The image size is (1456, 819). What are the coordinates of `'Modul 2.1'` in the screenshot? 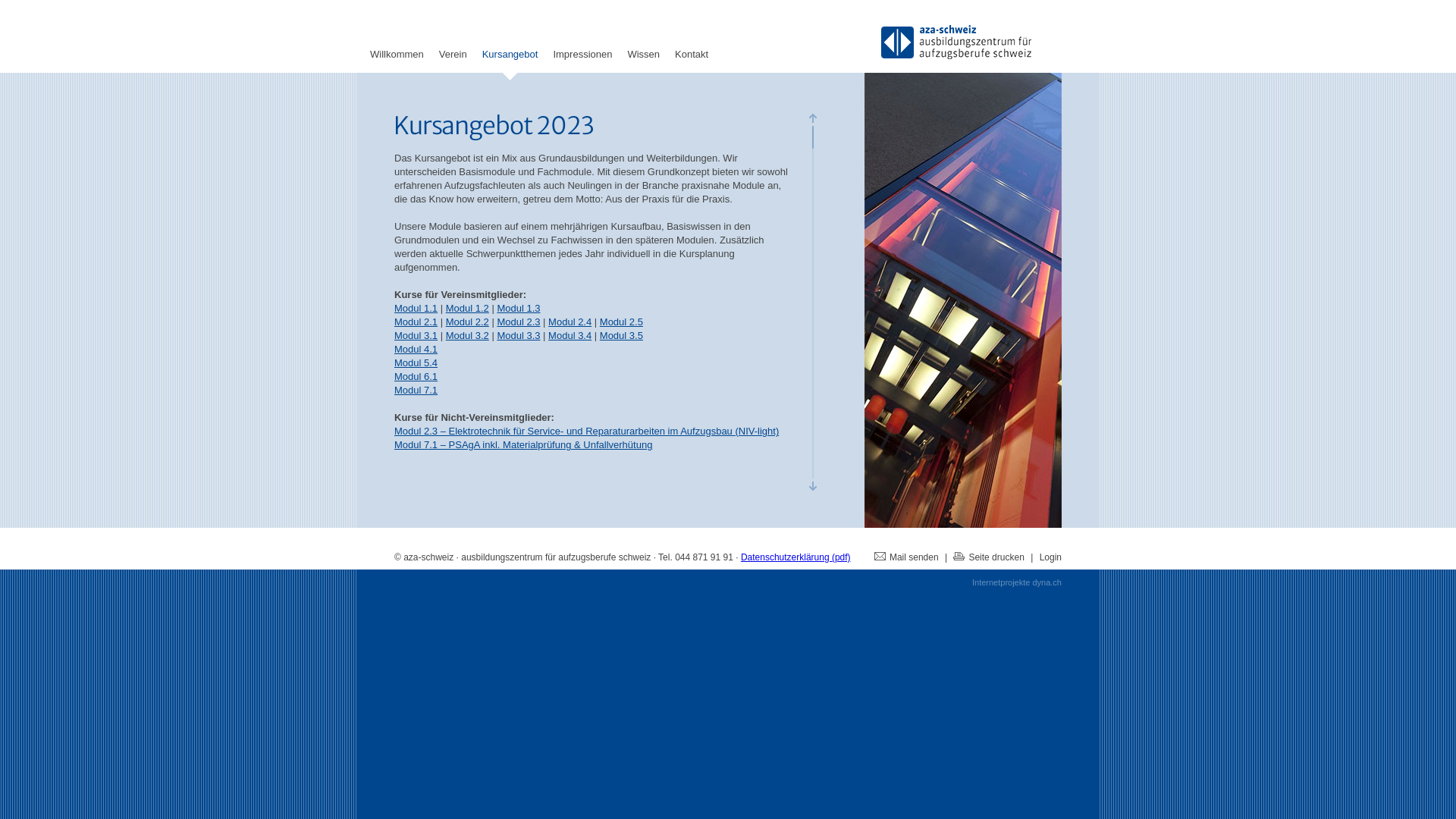 It's located at (416, 321).